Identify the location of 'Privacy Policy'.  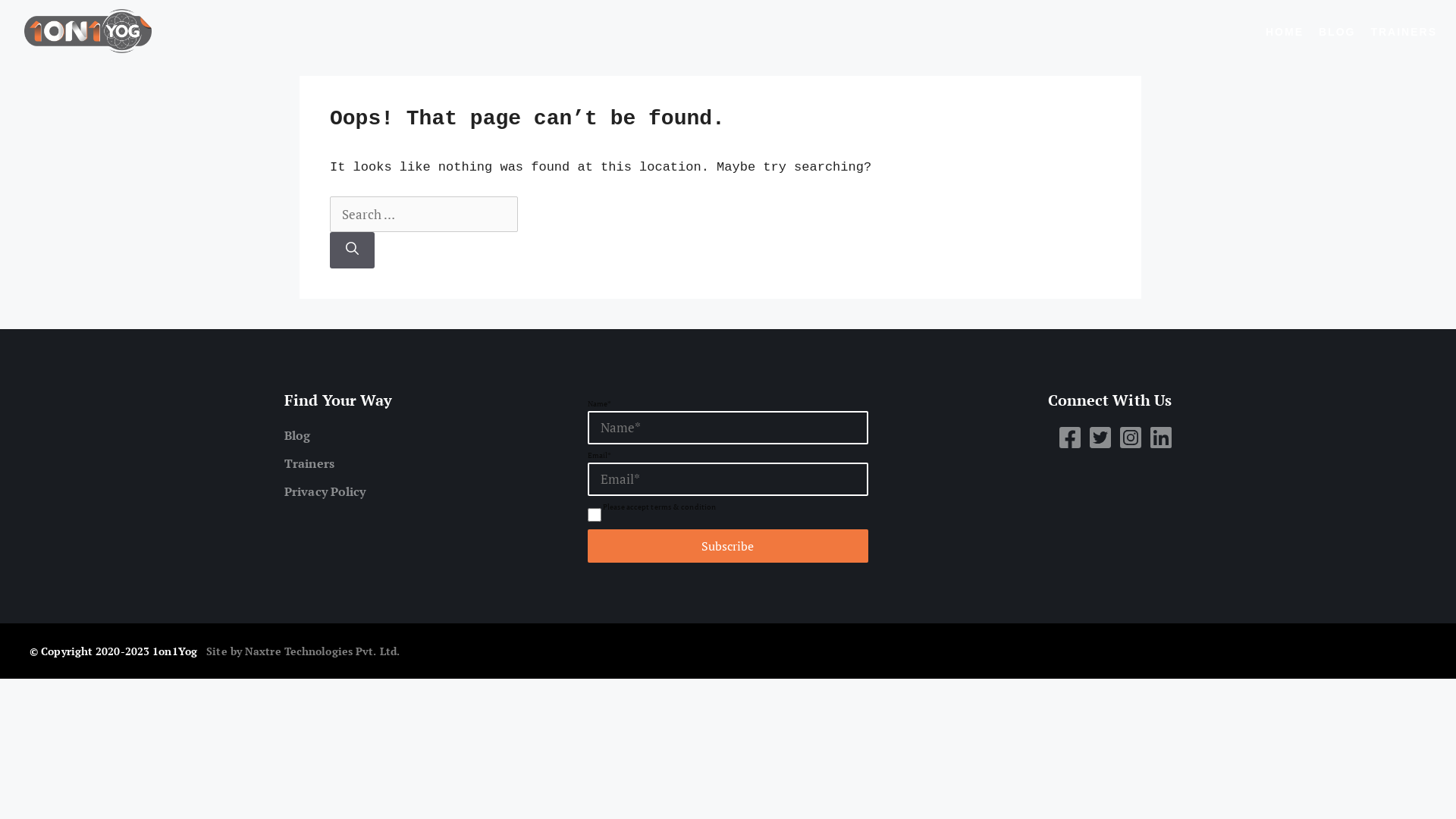
(284, 491).